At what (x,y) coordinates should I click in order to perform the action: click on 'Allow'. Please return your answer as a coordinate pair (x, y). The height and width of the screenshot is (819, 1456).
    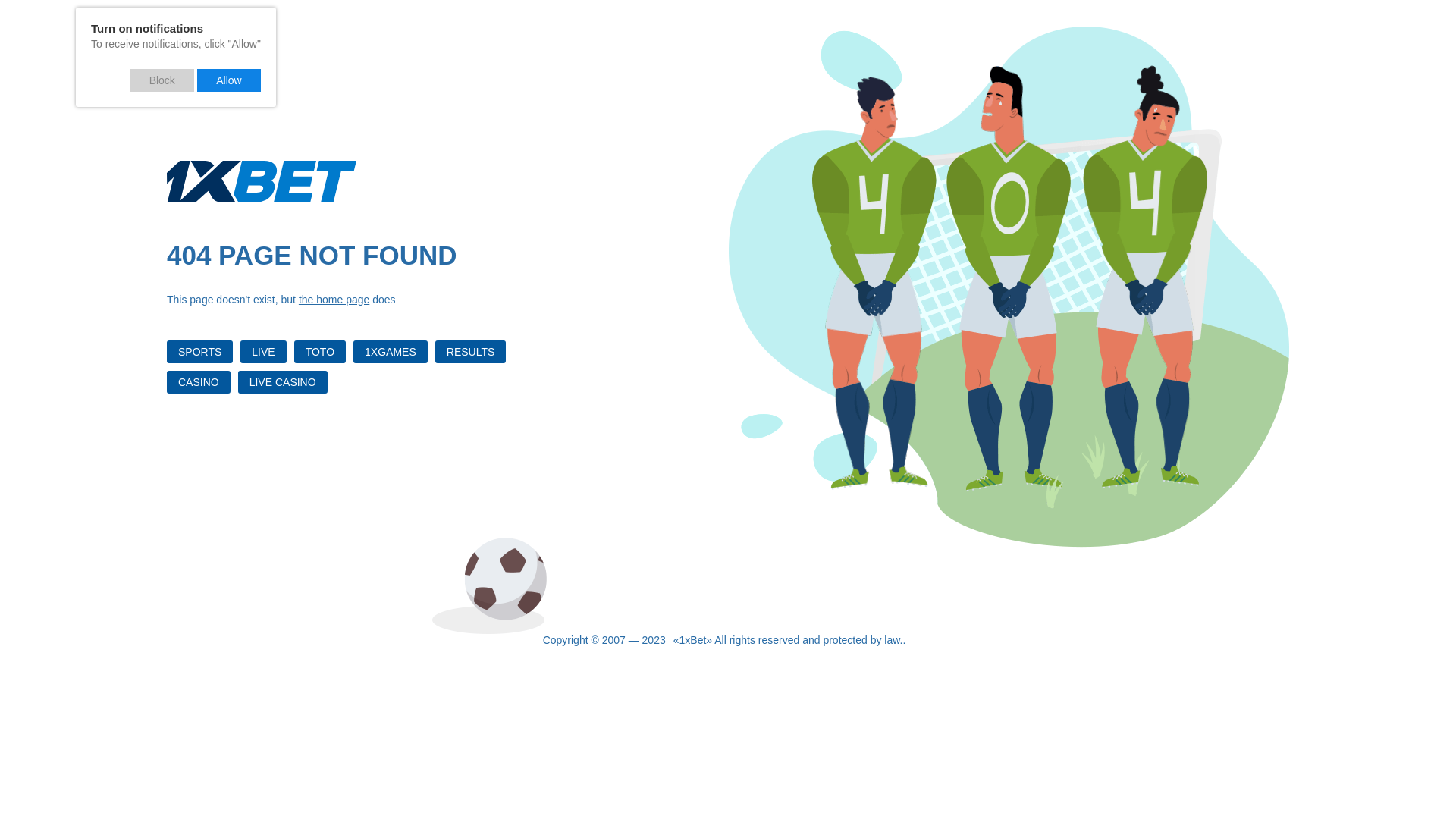
    Looking at the image, I should click on (228, 80).